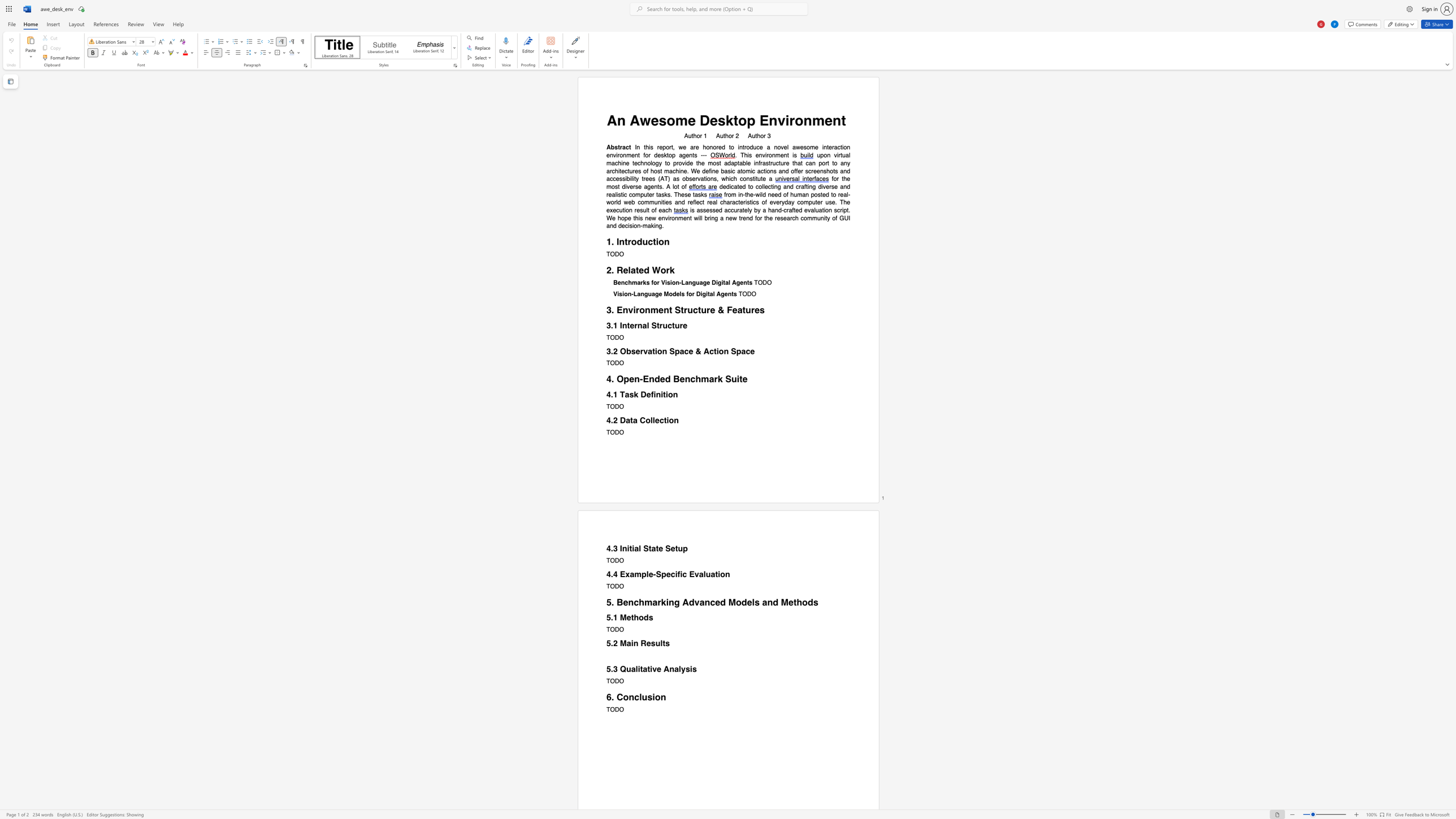  Describe the element at coordinates (833, 179) in the screenshot. I see `the subset text "or the most diverse agents. A lo" within the text "for the most diverse agents. A lot of"` at that location.